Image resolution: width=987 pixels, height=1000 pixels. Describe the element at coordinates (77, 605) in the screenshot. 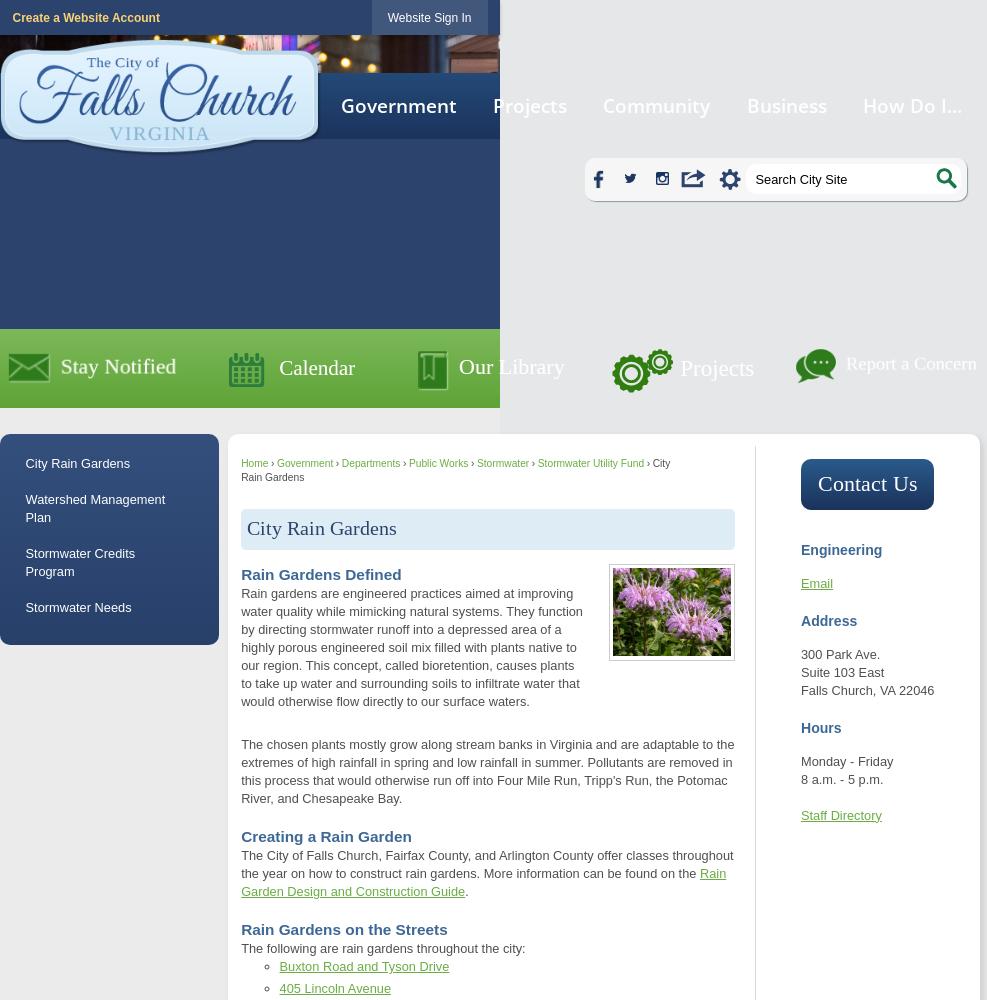

I see `'Stormwater Needs'` at that location.